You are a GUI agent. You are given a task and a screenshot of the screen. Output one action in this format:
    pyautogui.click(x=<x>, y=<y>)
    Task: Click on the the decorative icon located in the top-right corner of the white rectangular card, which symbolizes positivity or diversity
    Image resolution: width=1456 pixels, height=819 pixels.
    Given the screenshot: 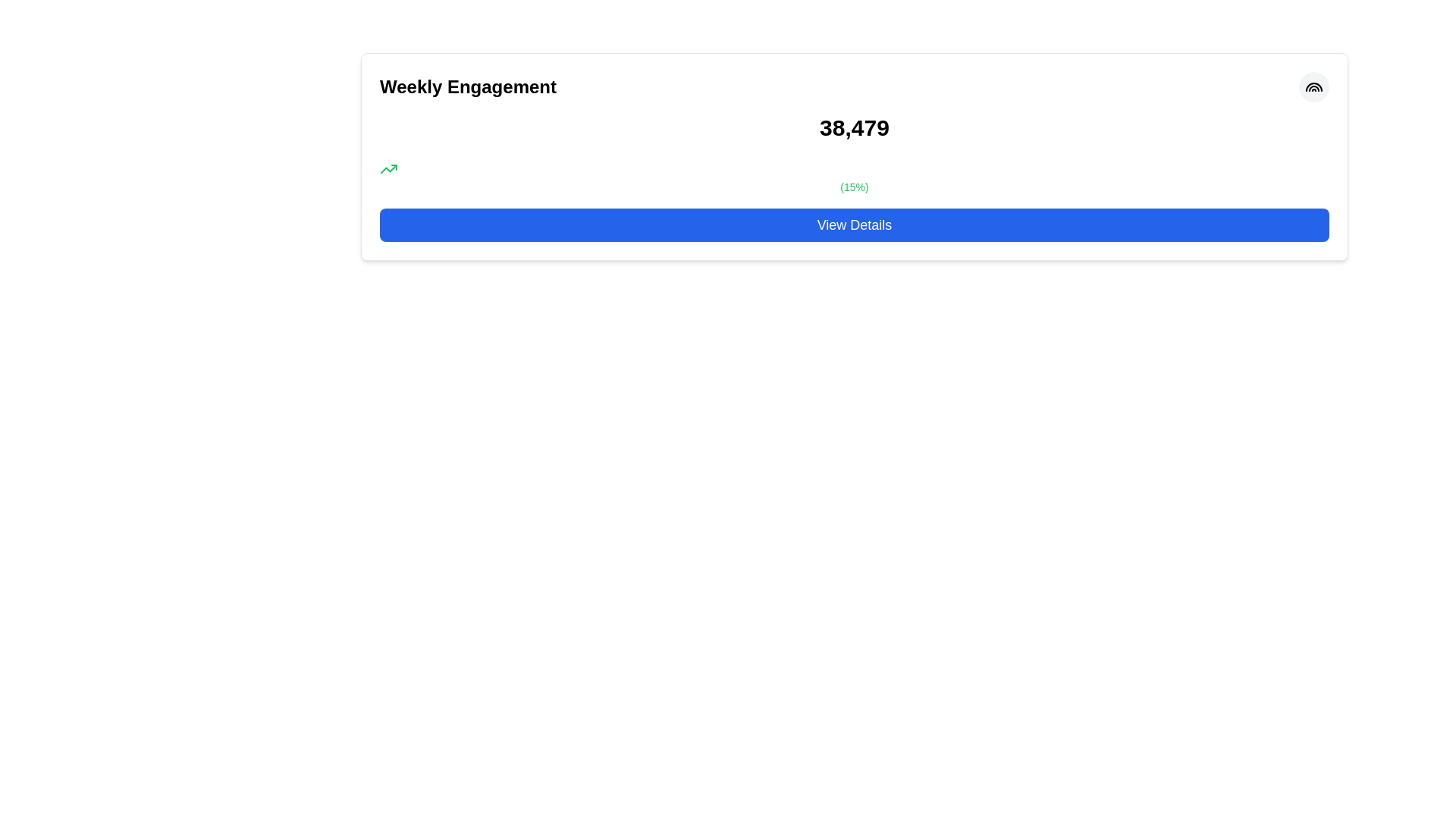 What is the action you would take?
    pyautogui.click(x=1313, y=87)
    